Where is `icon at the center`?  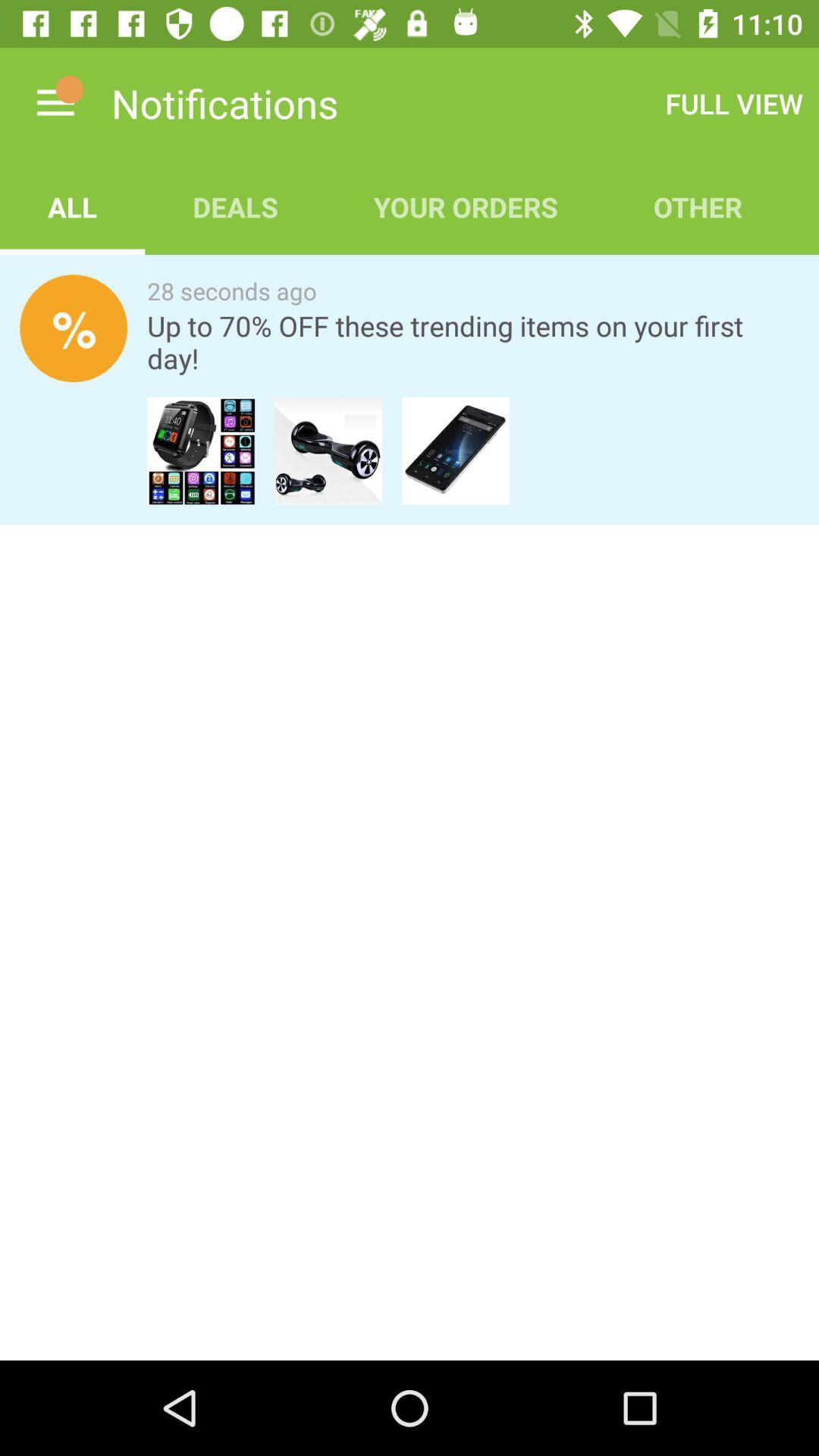
icon at the center is located at coordinates (409, 675).